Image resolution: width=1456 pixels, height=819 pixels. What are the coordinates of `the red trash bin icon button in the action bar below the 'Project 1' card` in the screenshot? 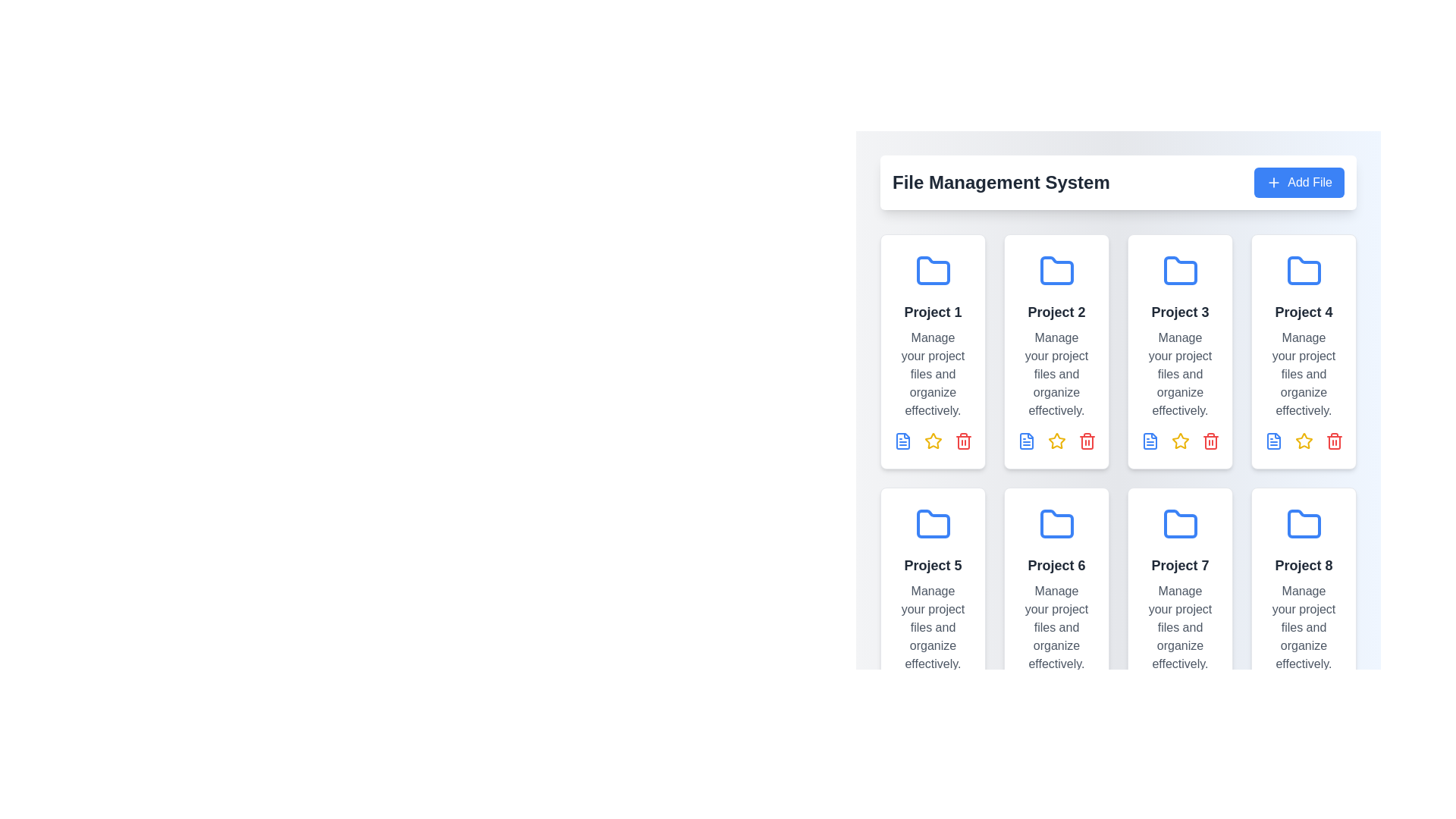 It's located at (1333, 441).